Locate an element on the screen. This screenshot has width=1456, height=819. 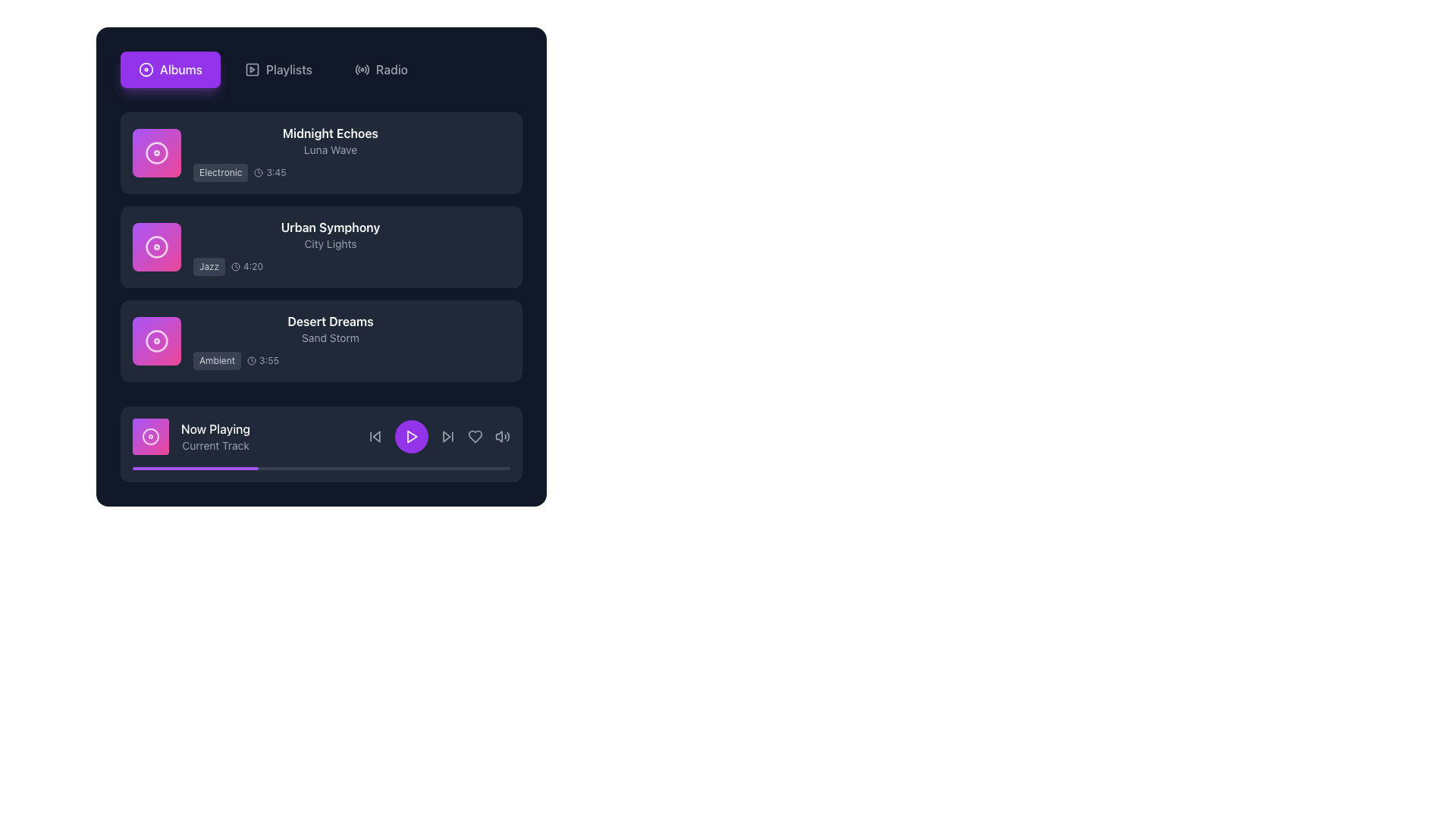
the Decorative Icon located within the 'Albums' button, positioned to the left of the text, enhancing the visual presentation of the button is located at coordinates (146, 70).